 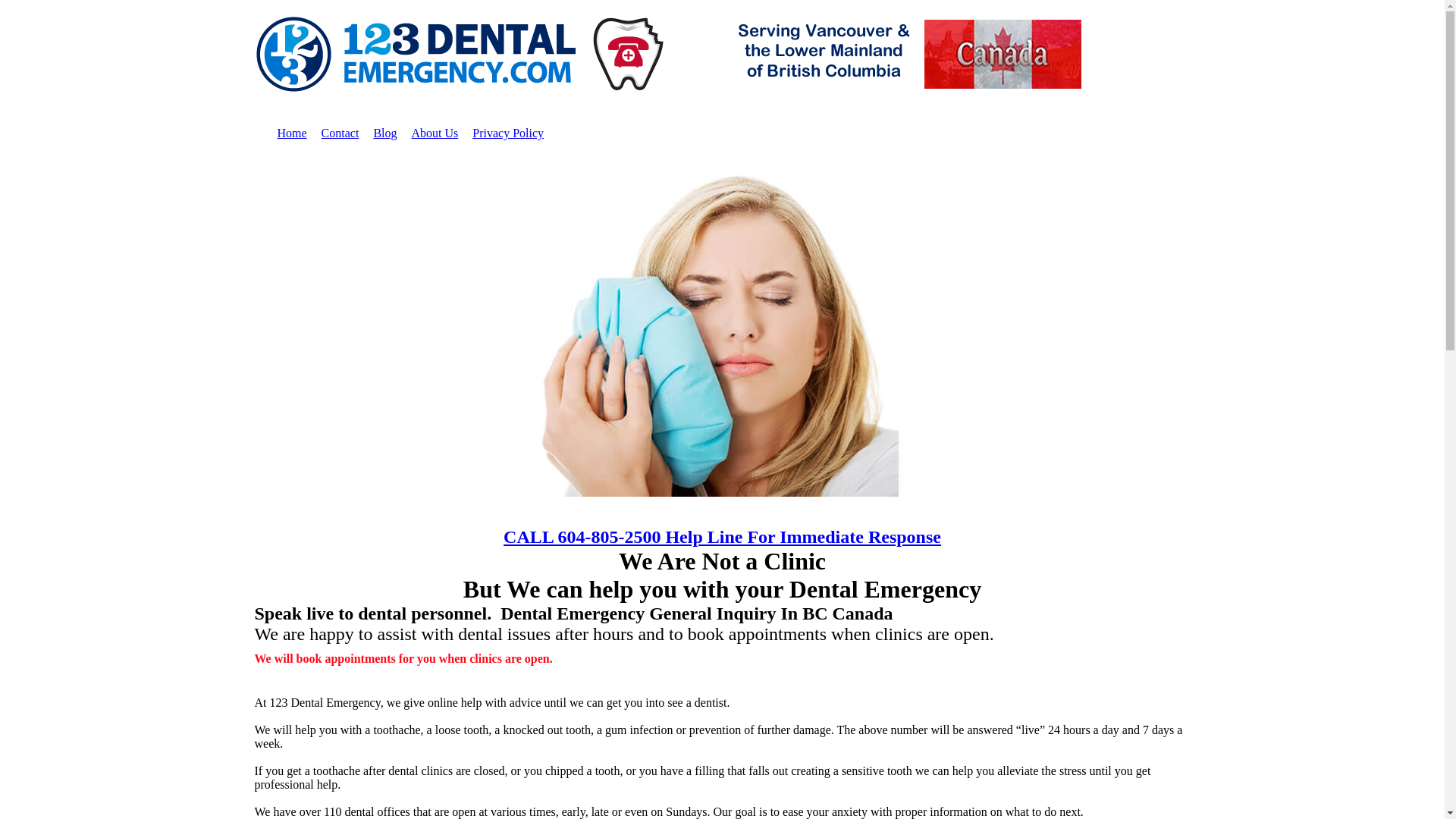 What do you see at coordinates (508, 132) in the screenshot?
I see `'Privacy Policy'` at bounding box center [508, 132].